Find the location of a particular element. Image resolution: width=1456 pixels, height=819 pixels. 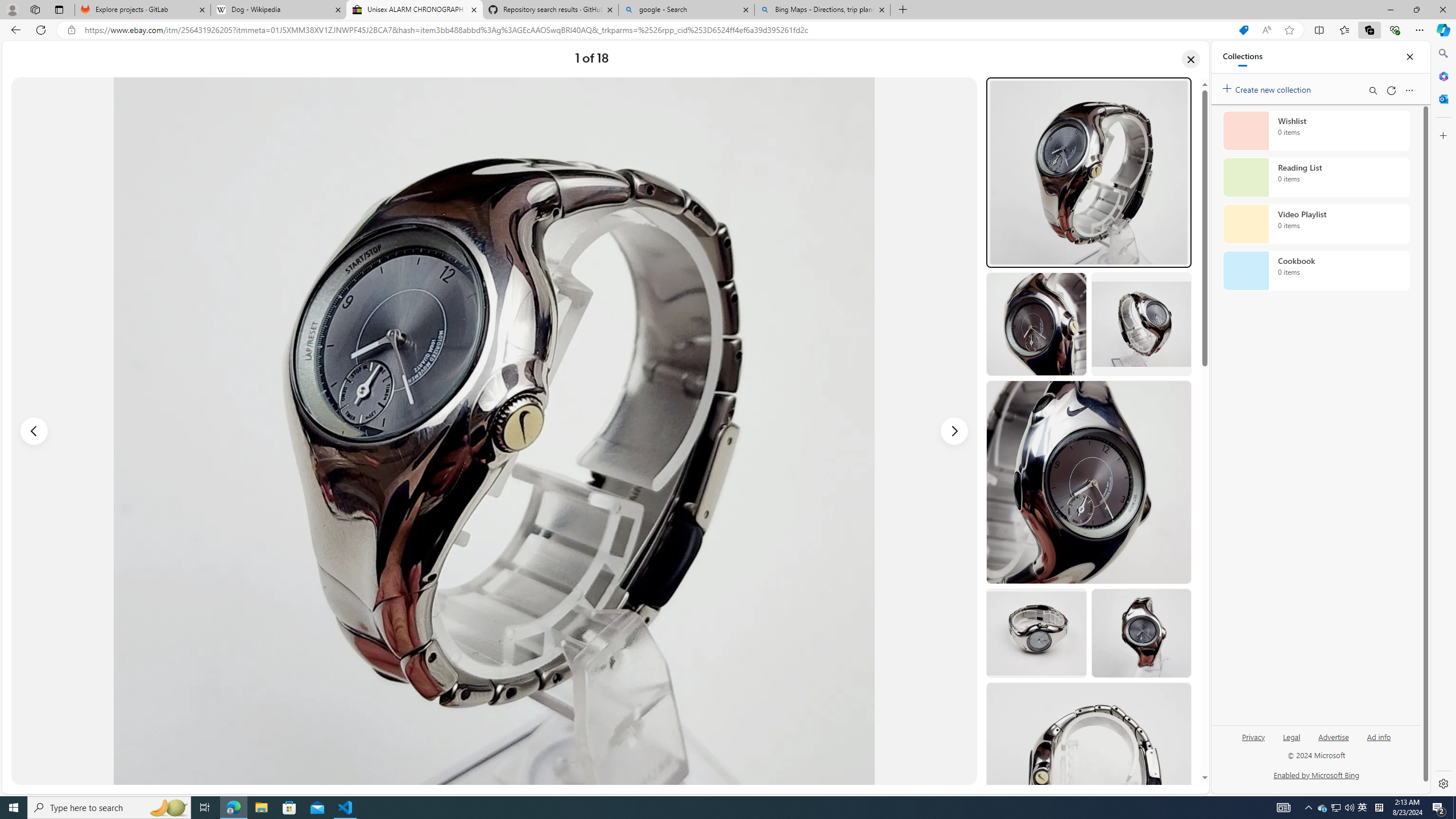

'Create new collection' is located at coordinates (1268, 87).